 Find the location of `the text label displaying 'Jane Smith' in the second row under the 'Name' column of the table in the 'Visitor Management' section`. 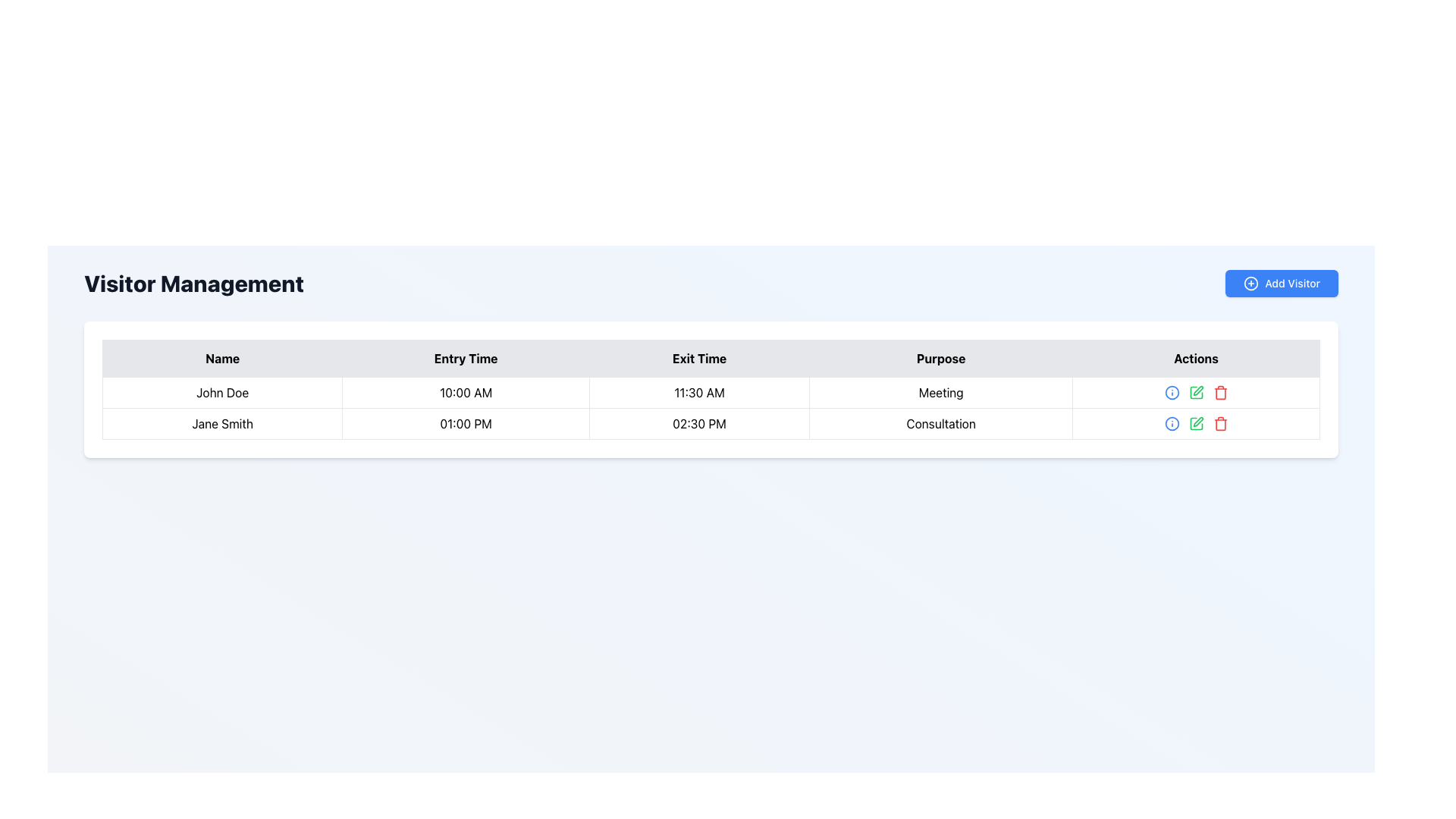

the text label displaying 'Jane Smith' in the second row under the 'Name' column of the table in the 'Visitor Management' section is located at coordinates (221, 424).